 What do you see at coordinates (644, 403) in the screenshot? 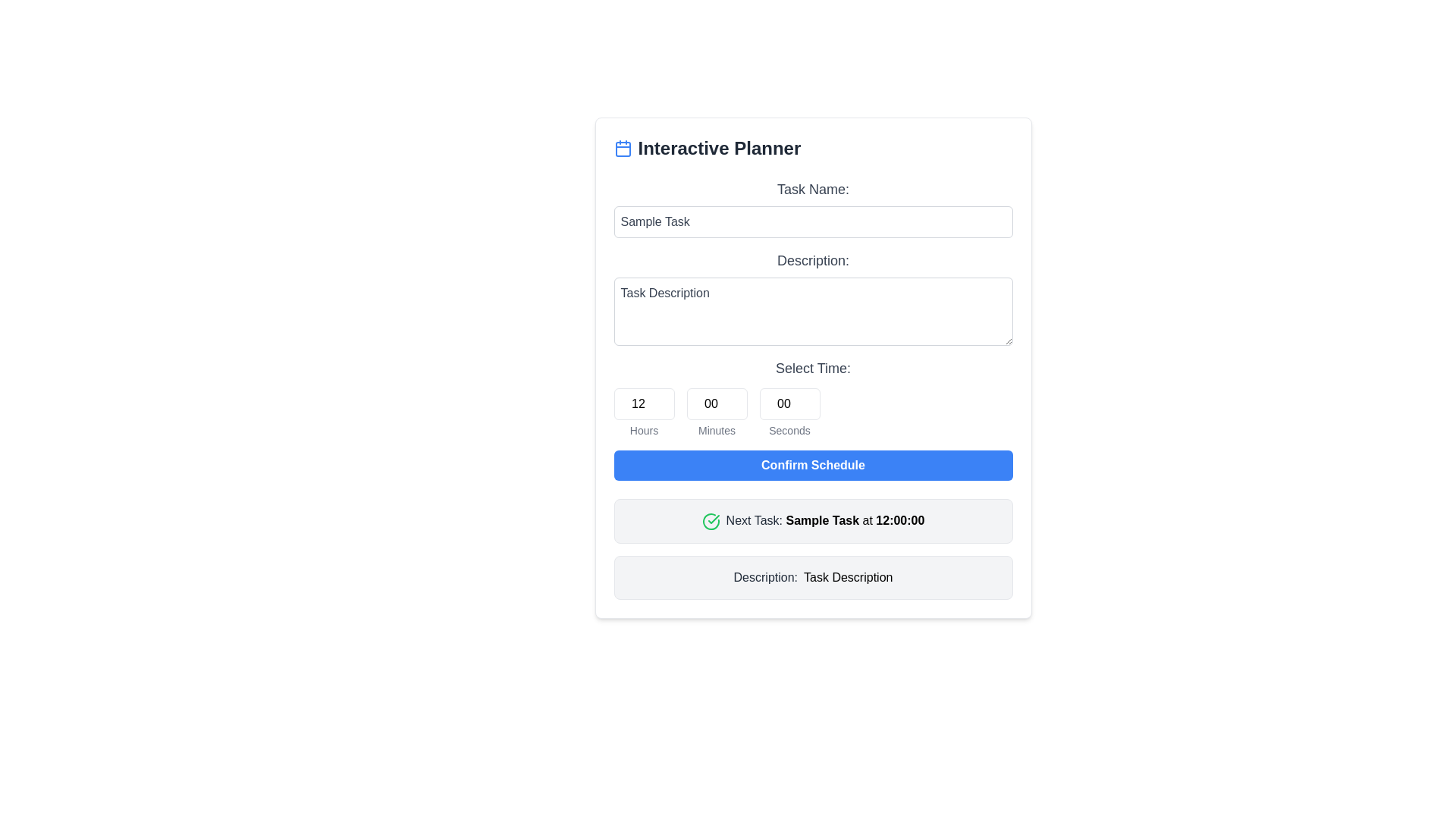
I see `the numeric input box for 'Hours' to focus on it` at bounding box center [644, 403].